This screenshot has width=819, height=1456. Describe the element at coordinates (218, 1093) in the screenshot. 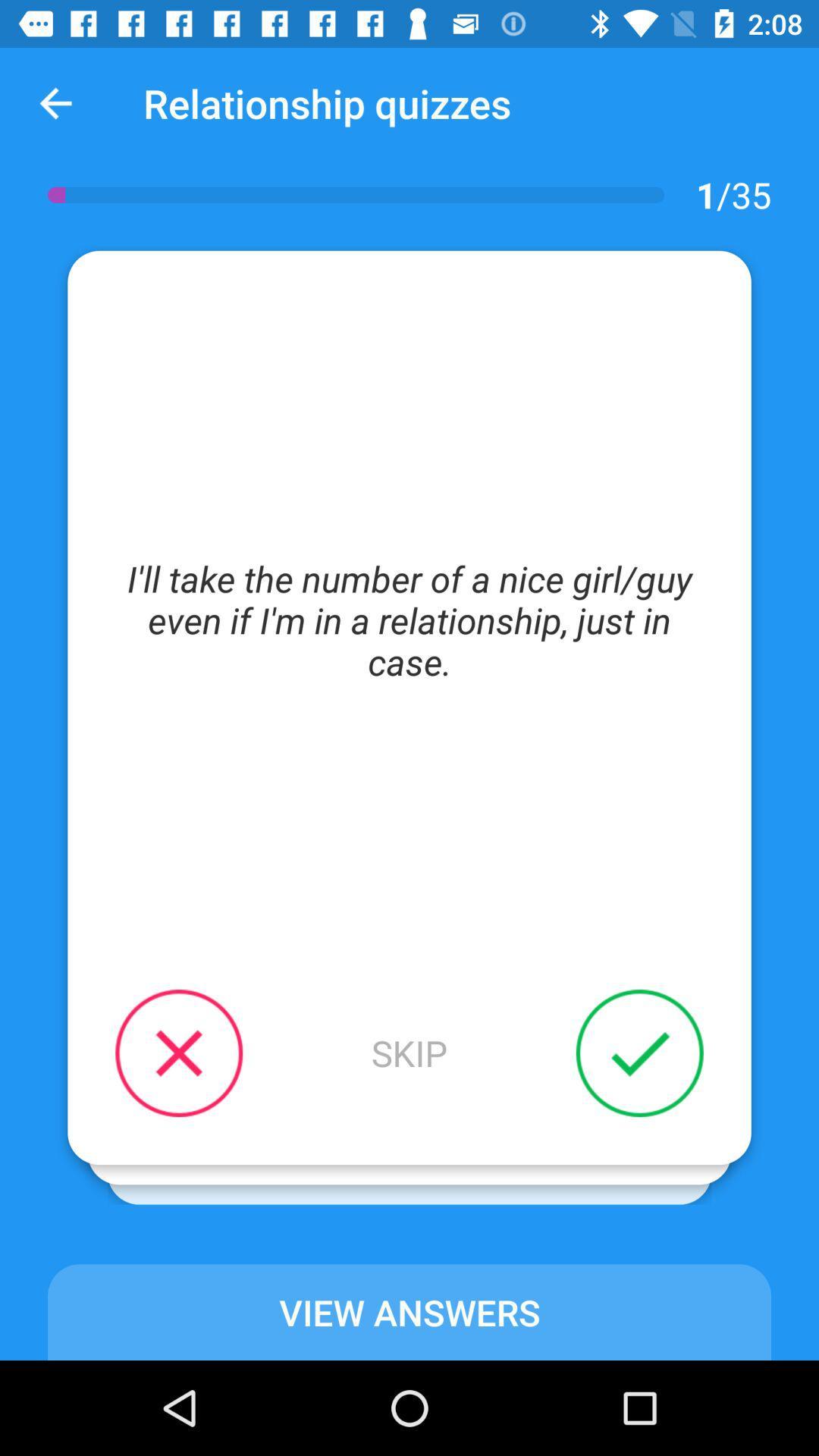

I see `the close icon` at that location.